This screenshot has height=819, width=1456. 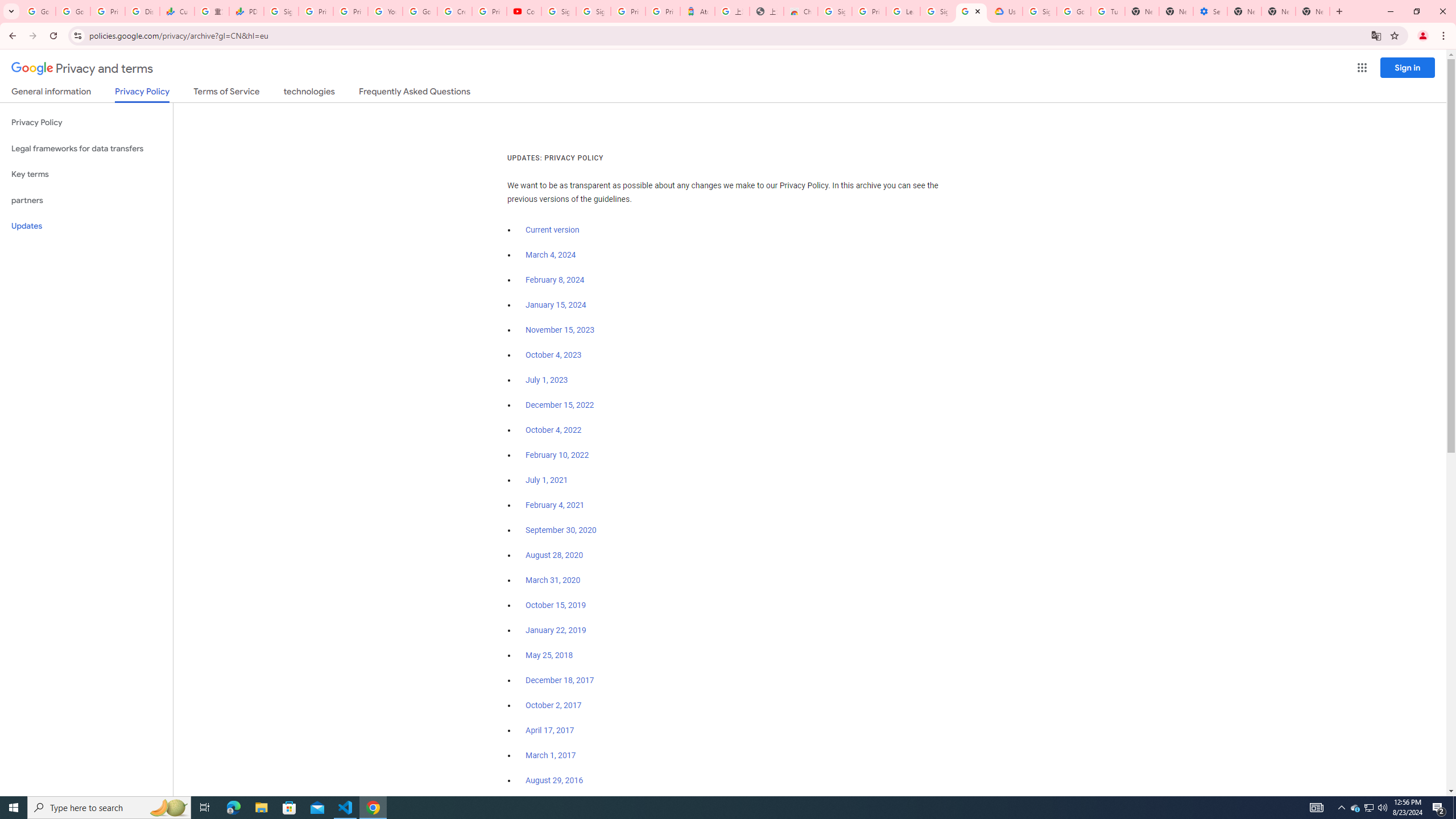 I want to click on 'New Tab', so click(x=1312, y=11).